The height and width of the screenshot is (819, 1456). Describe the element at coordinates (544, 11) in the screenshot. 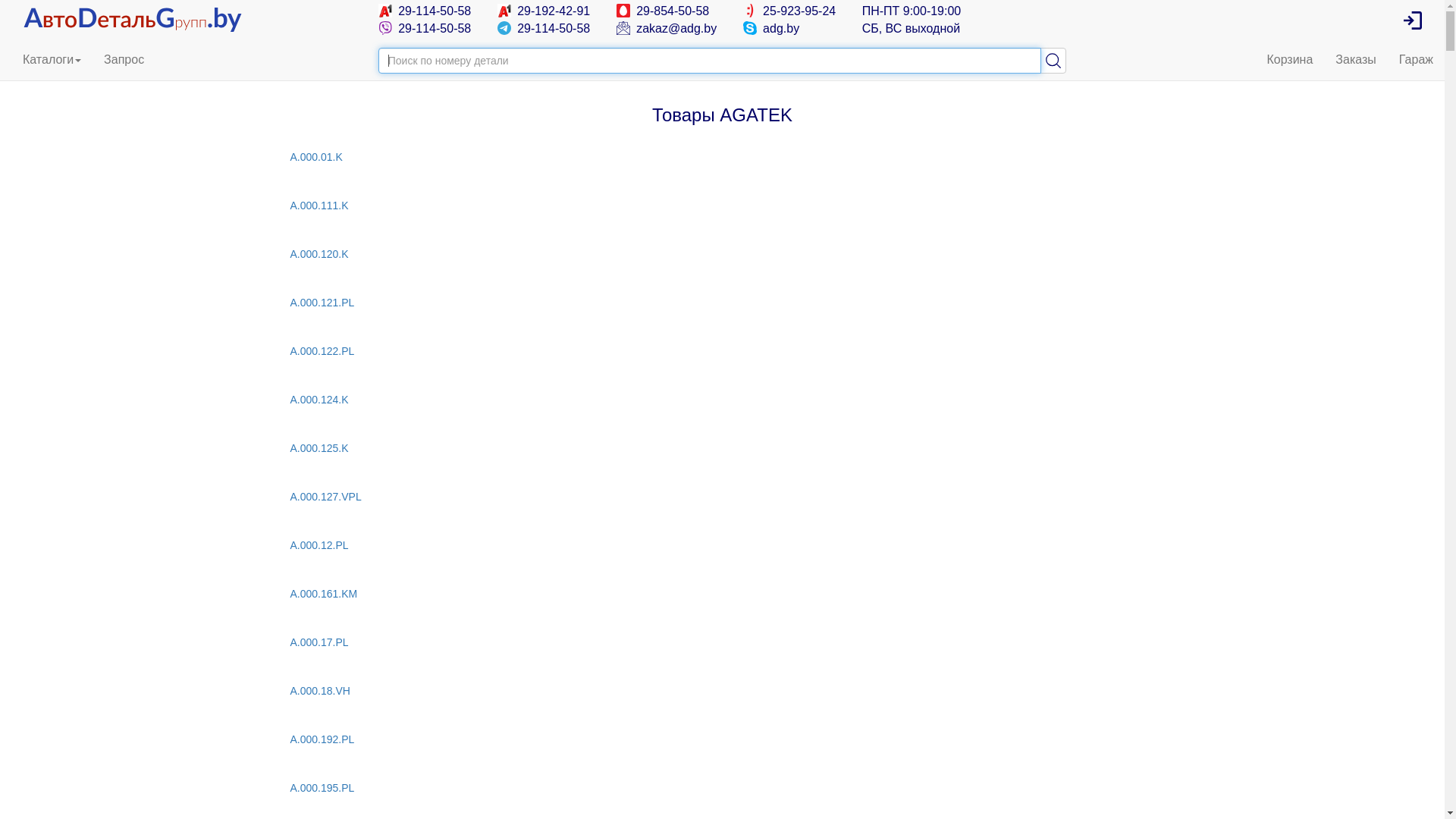

I see `'29-192-42-91'` at that location.